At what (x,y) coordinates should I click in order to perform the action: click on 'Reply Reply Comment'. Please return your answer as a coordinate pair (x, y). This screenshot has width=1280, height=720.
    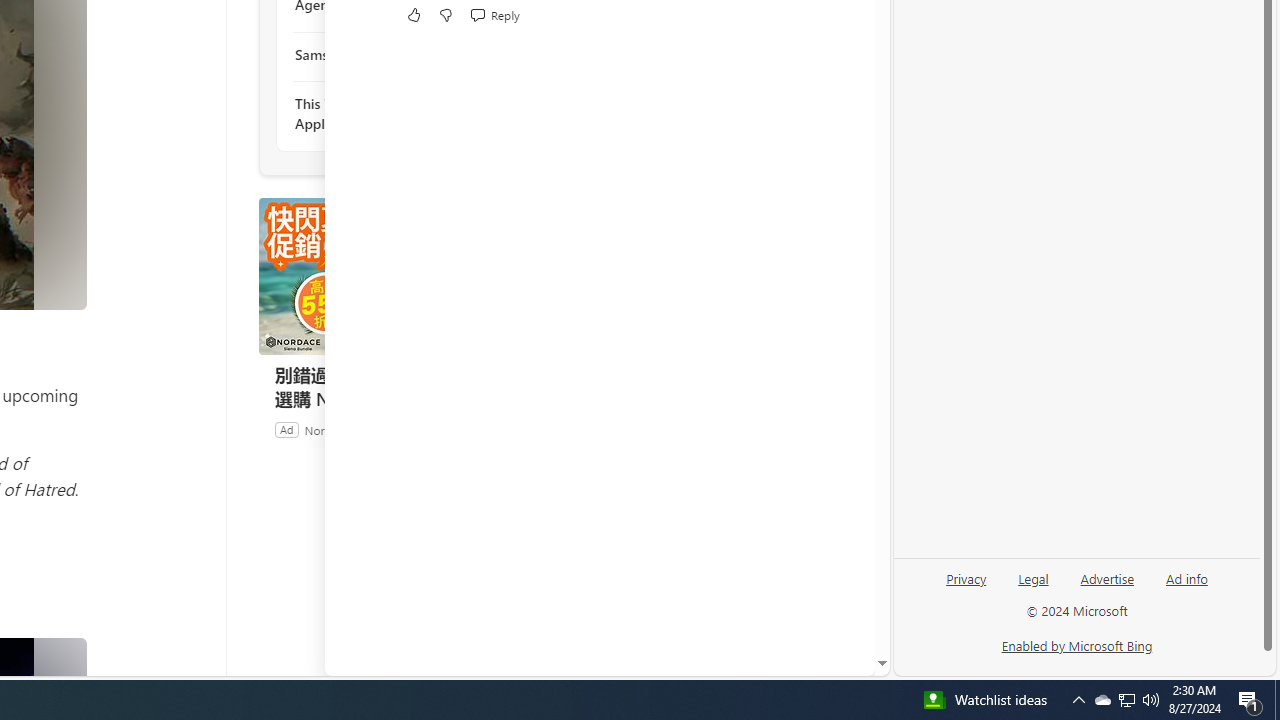
    Looking at the image, I should click on (494, 15).